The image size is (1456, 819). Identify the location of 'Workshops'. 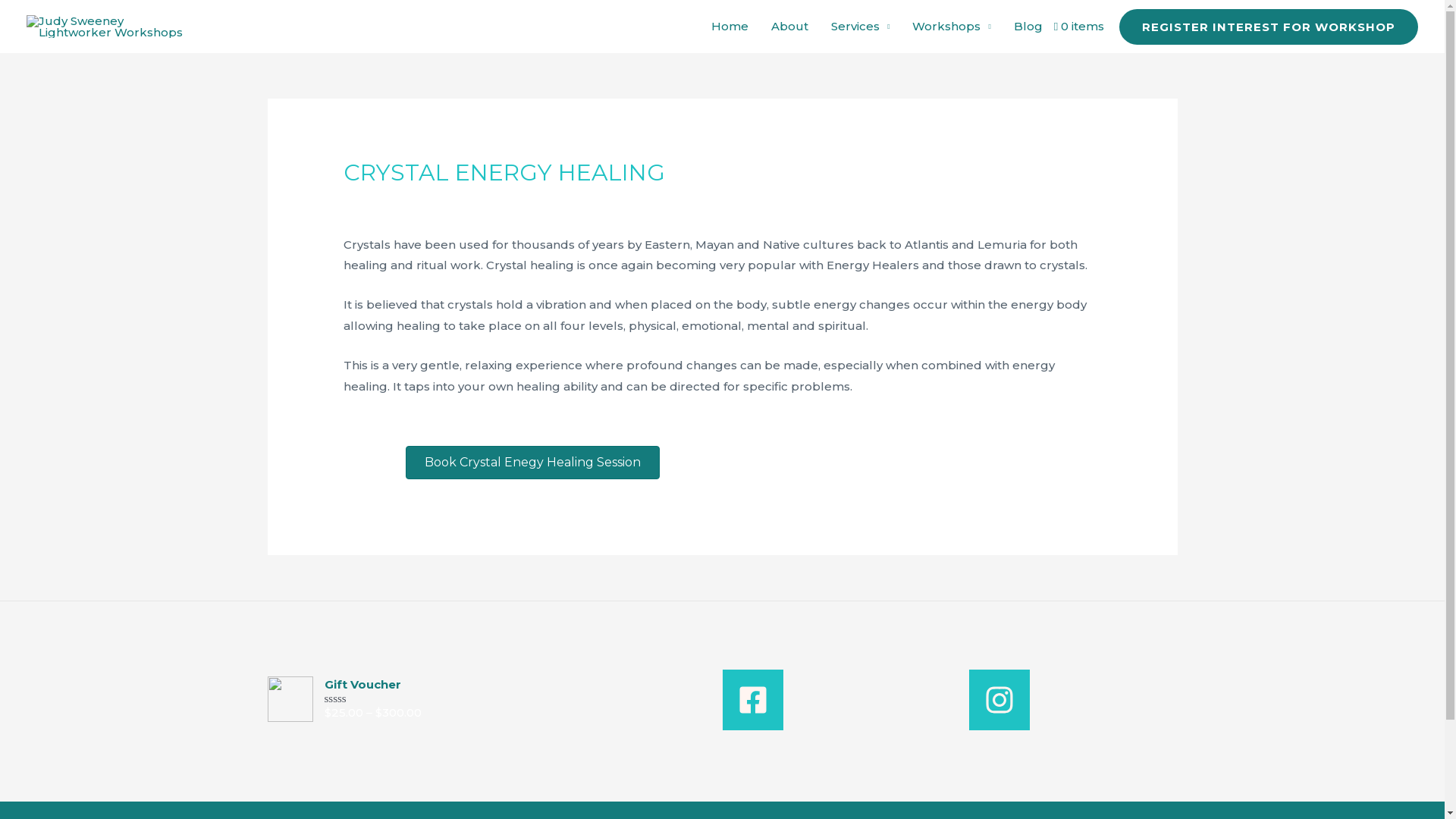
(950, 26).